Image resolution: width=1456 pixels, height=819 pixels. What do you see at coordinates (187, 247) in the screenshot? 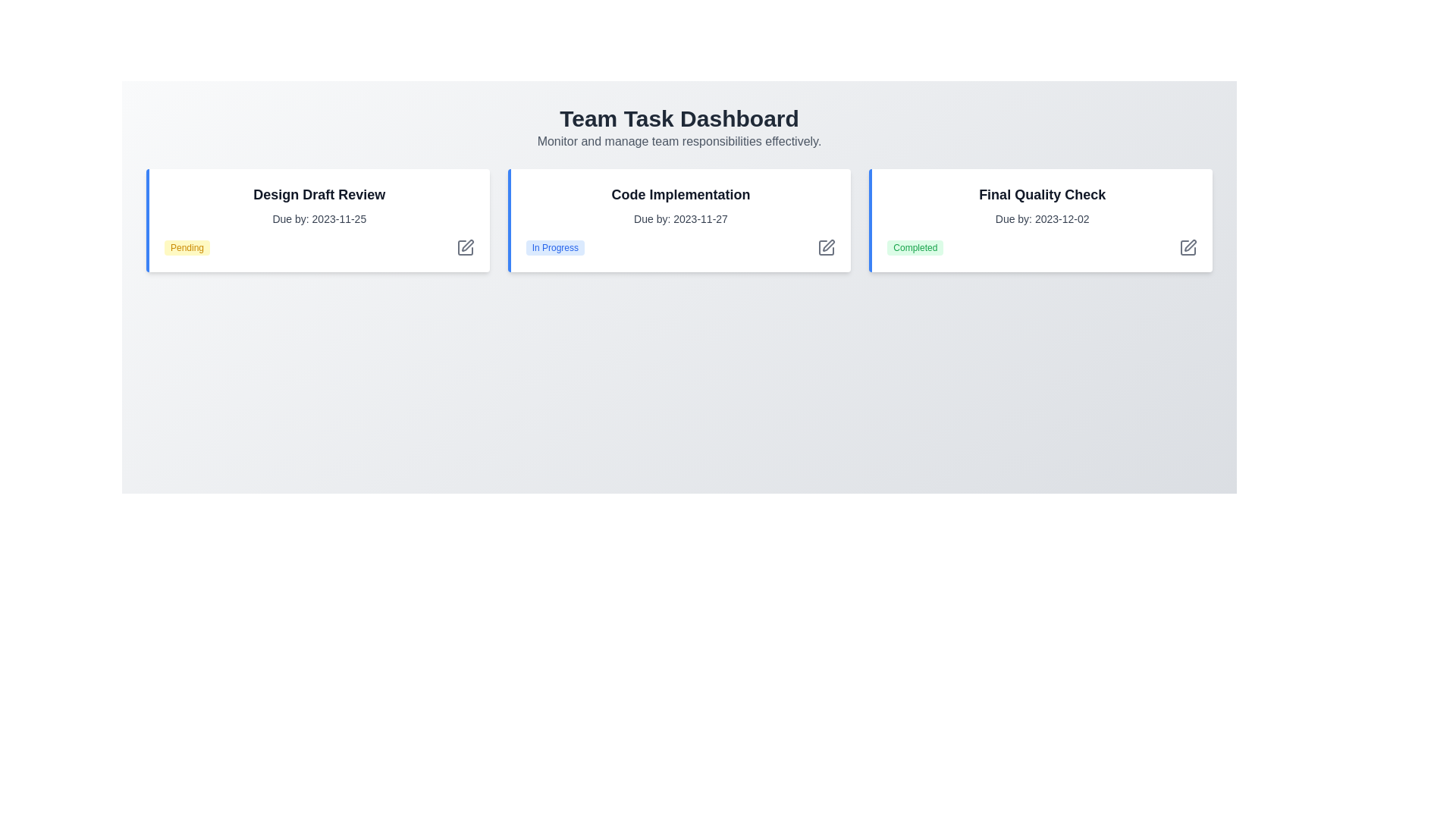
I see `the Status label indicating 'Pending' located in the top-left area of the 'Design Draft Review' task card` at bounding box center [187, 247].